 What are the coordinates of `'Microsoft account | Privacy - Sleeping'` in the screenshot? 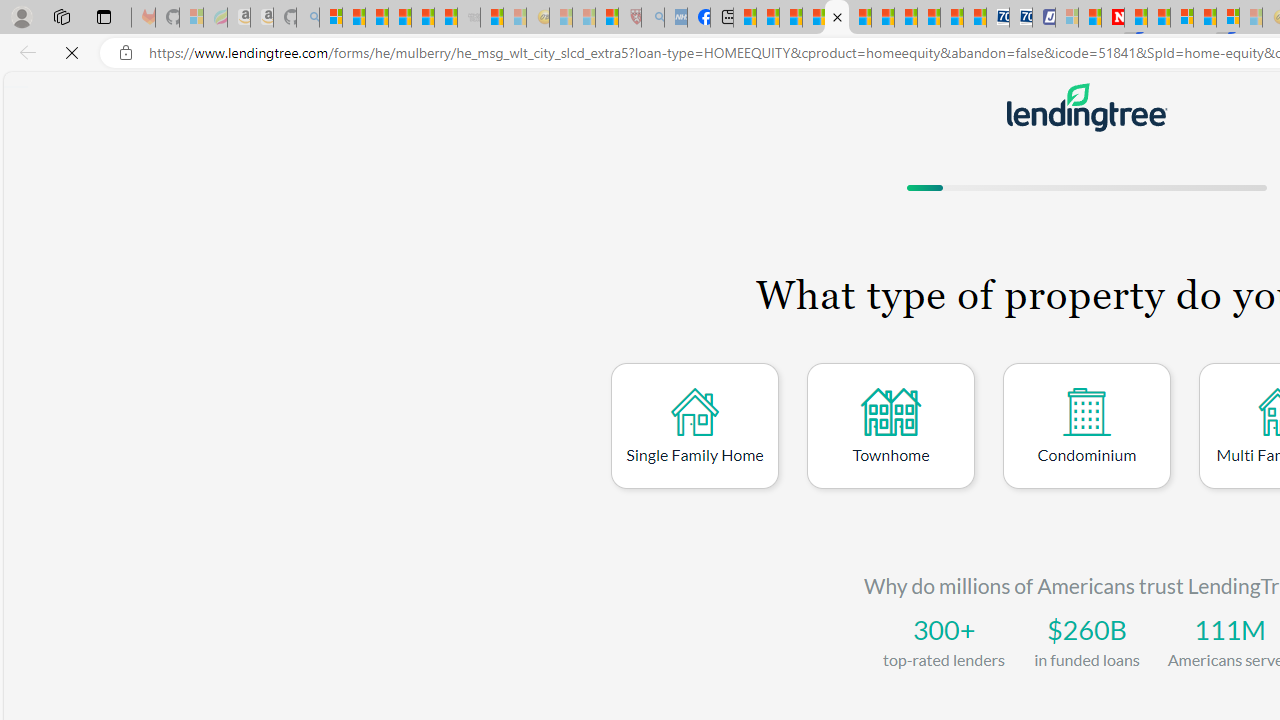 It's located at (1065, 17).